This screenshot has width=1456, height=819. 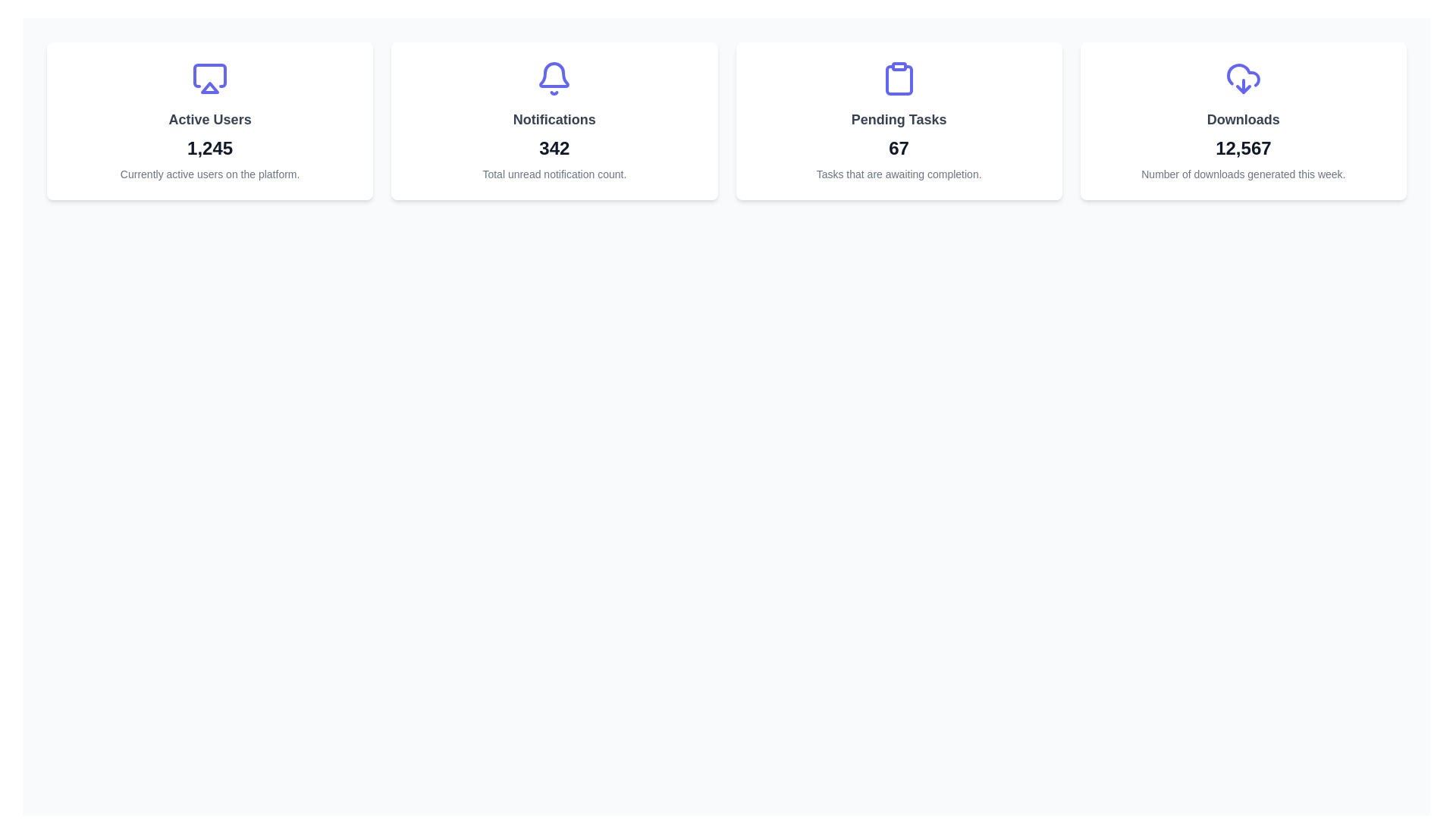 I want to click on the small rectangle inside the clipboard icon in the 'Pending Tasks' section, which simulates a metal clip at the top of the clipboard's outline, so click(x=899, y=66).